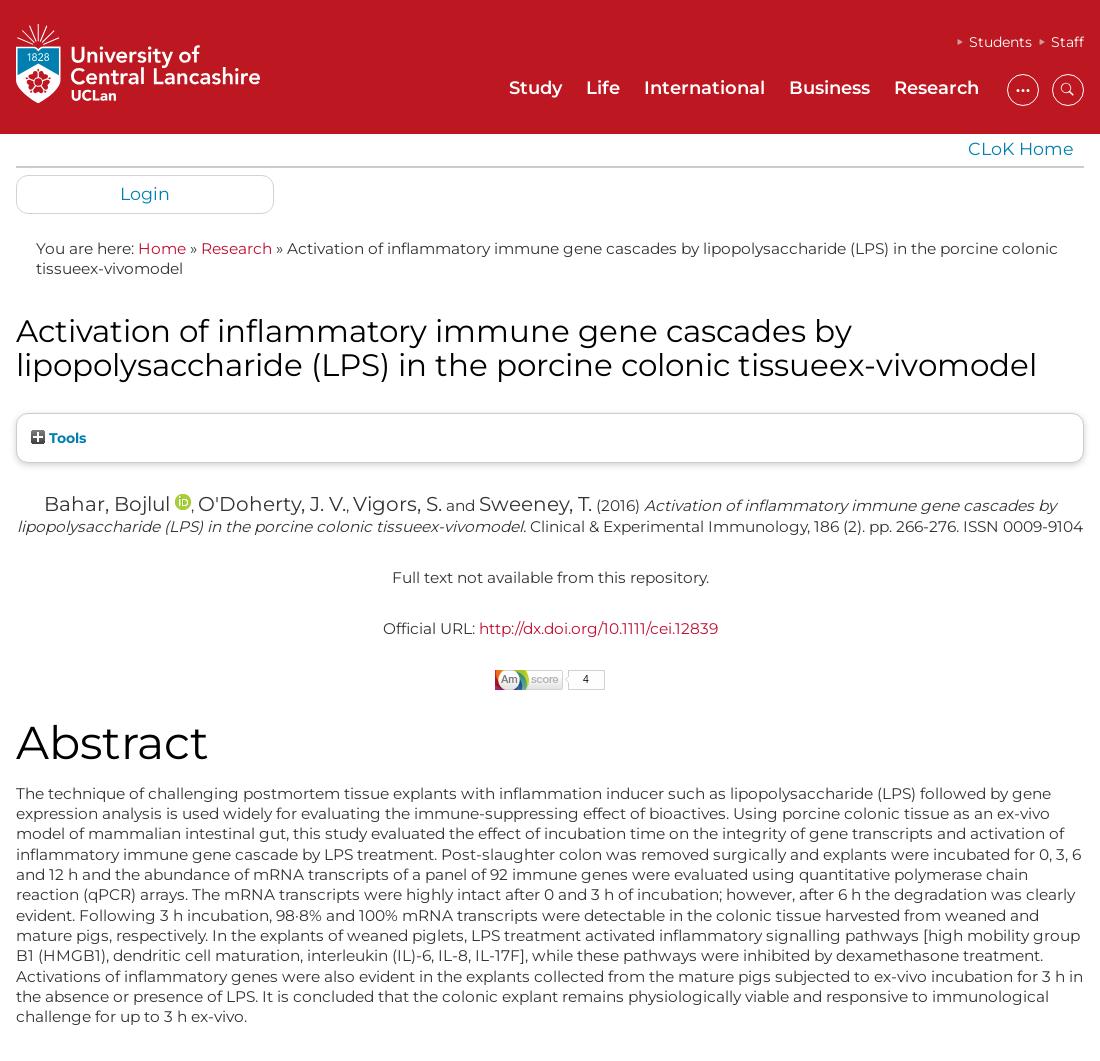 This screenshot has width=1100, height=1061. I want to click on 'Clinical & Experimental Immunology, 186
       (2).
    
     pp. 266-276.
     ISSN 0009-9104', so click(804, 525).